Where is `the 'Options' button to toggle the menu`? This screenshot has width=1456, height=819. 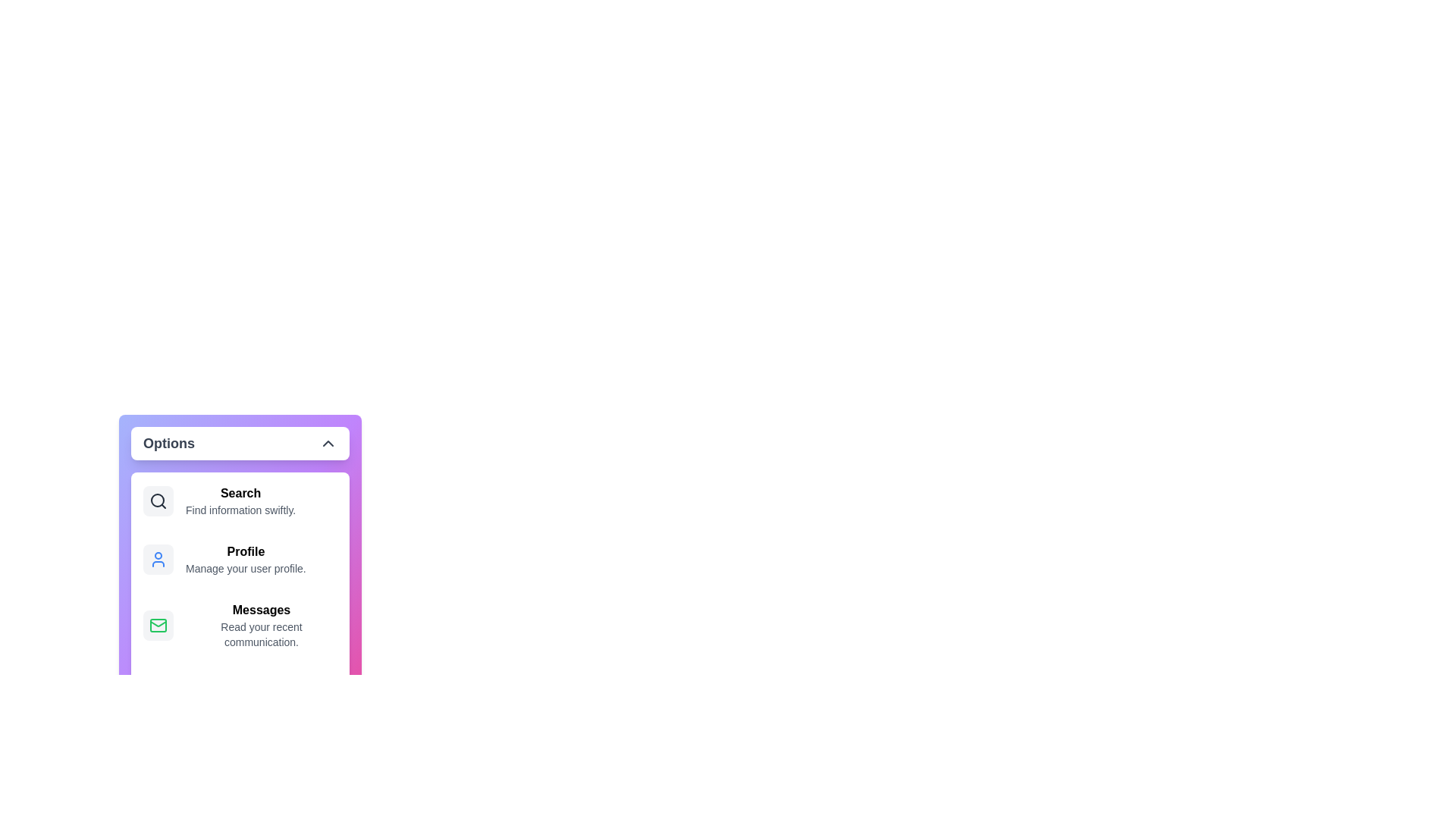 the 'Options' button to toggle the menu is located at coordinates (239, 444).